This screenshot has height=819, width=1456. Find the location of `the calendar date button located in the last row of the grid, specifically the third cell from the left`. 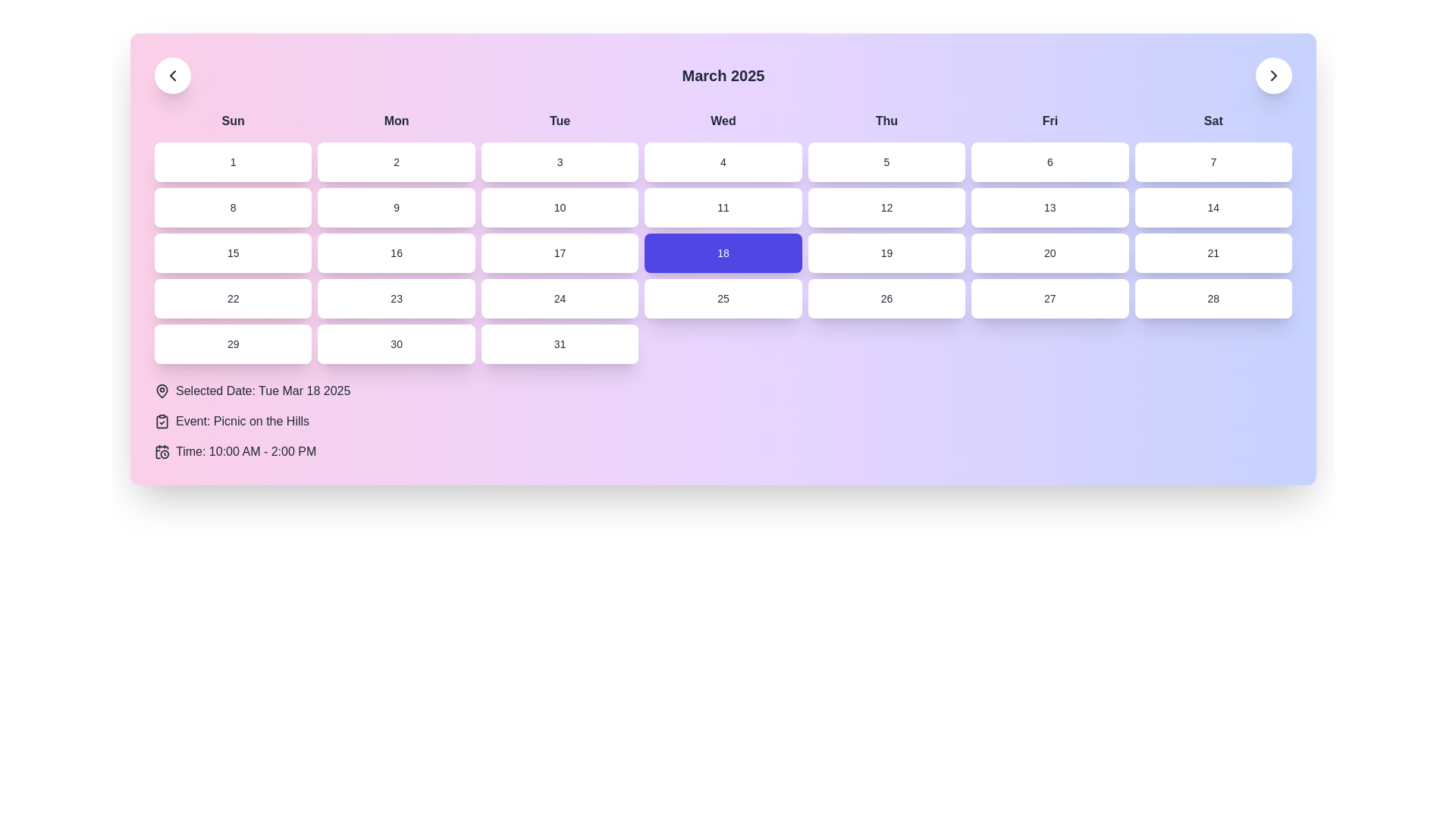

the calendar date button located in the last row of the grid, specifically the third cell from the left is located at coordinates (559, 344).